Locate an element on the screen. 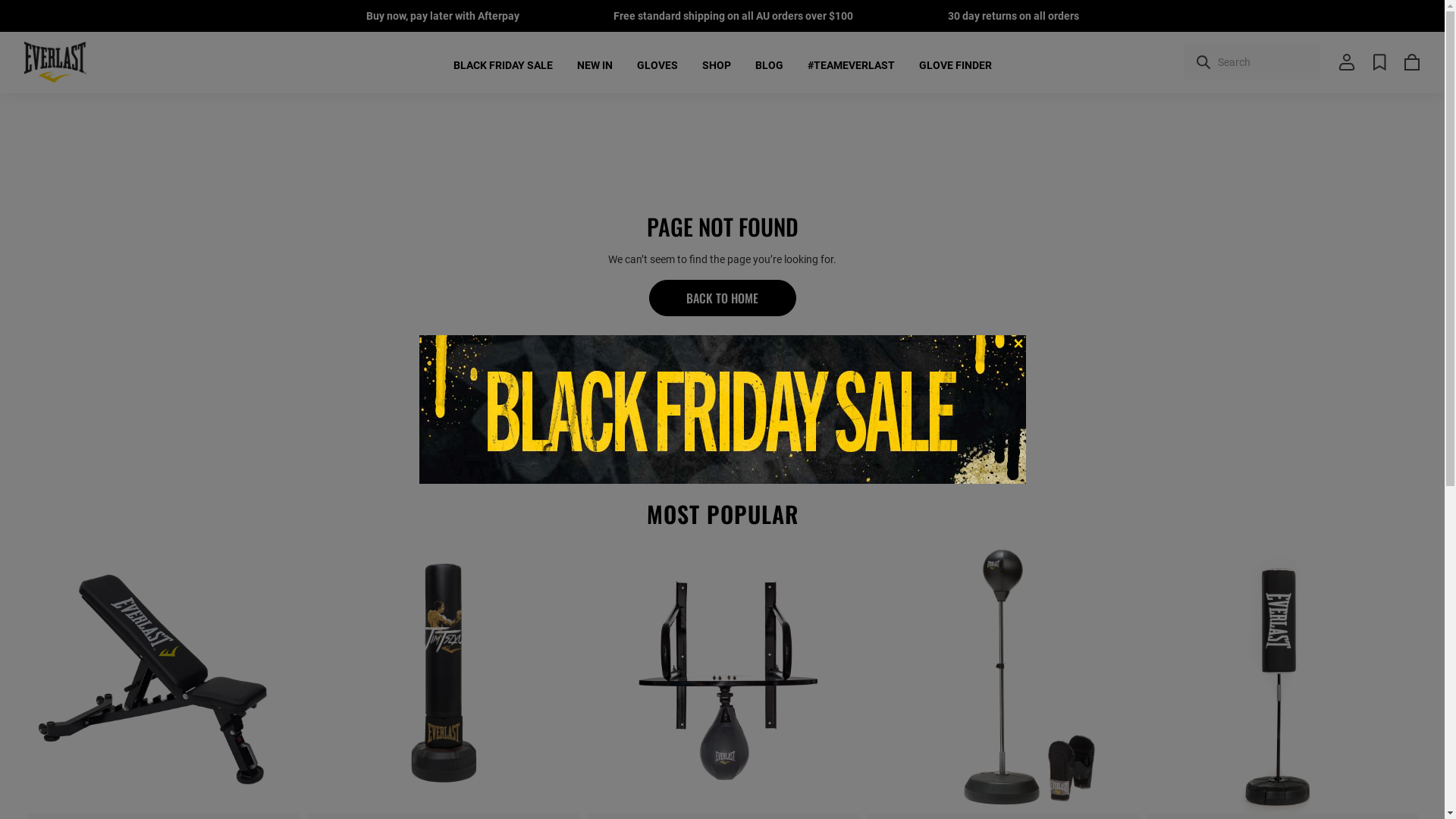  'GLOVE FINDER' is located at coordinates (954, 64).